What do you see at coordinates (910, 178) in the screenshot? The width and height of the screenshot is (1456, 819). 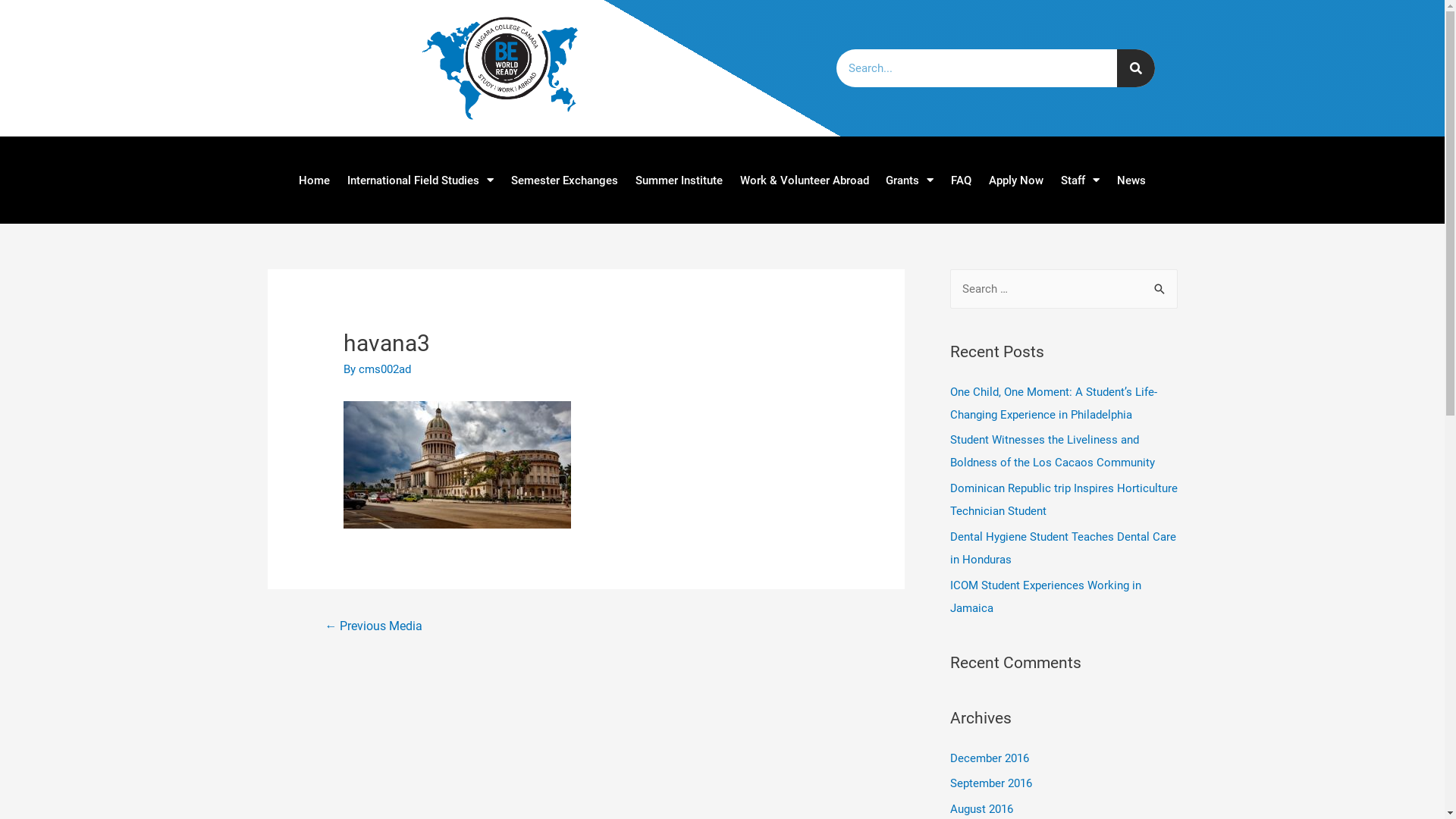 I see `'Grants'` at bounding box center [910, 178].